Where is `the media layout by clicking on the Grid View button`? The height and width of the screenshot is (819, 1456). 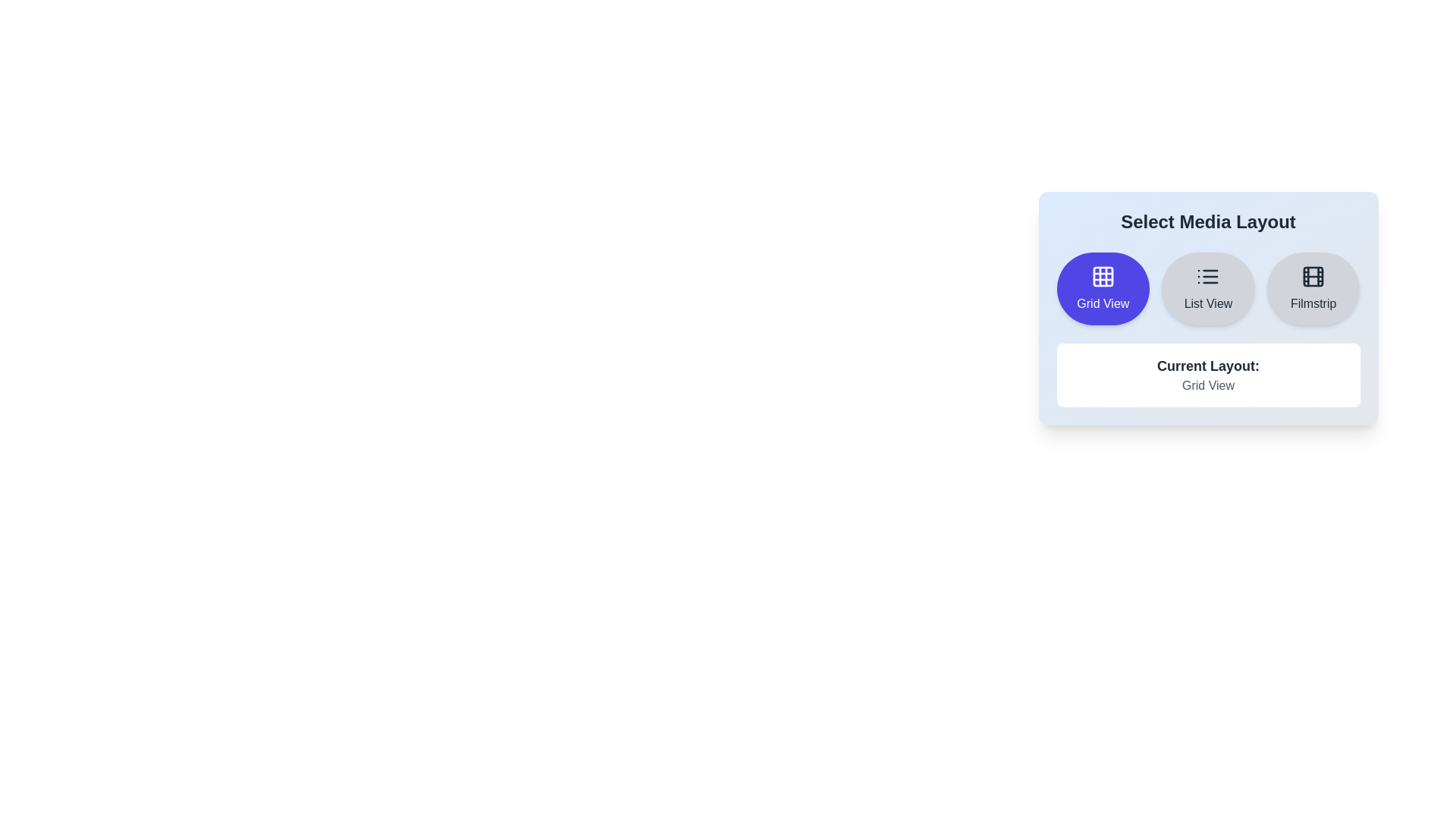
the media layout by clicking on the Grid View button is located at coordinates (1103, 289).